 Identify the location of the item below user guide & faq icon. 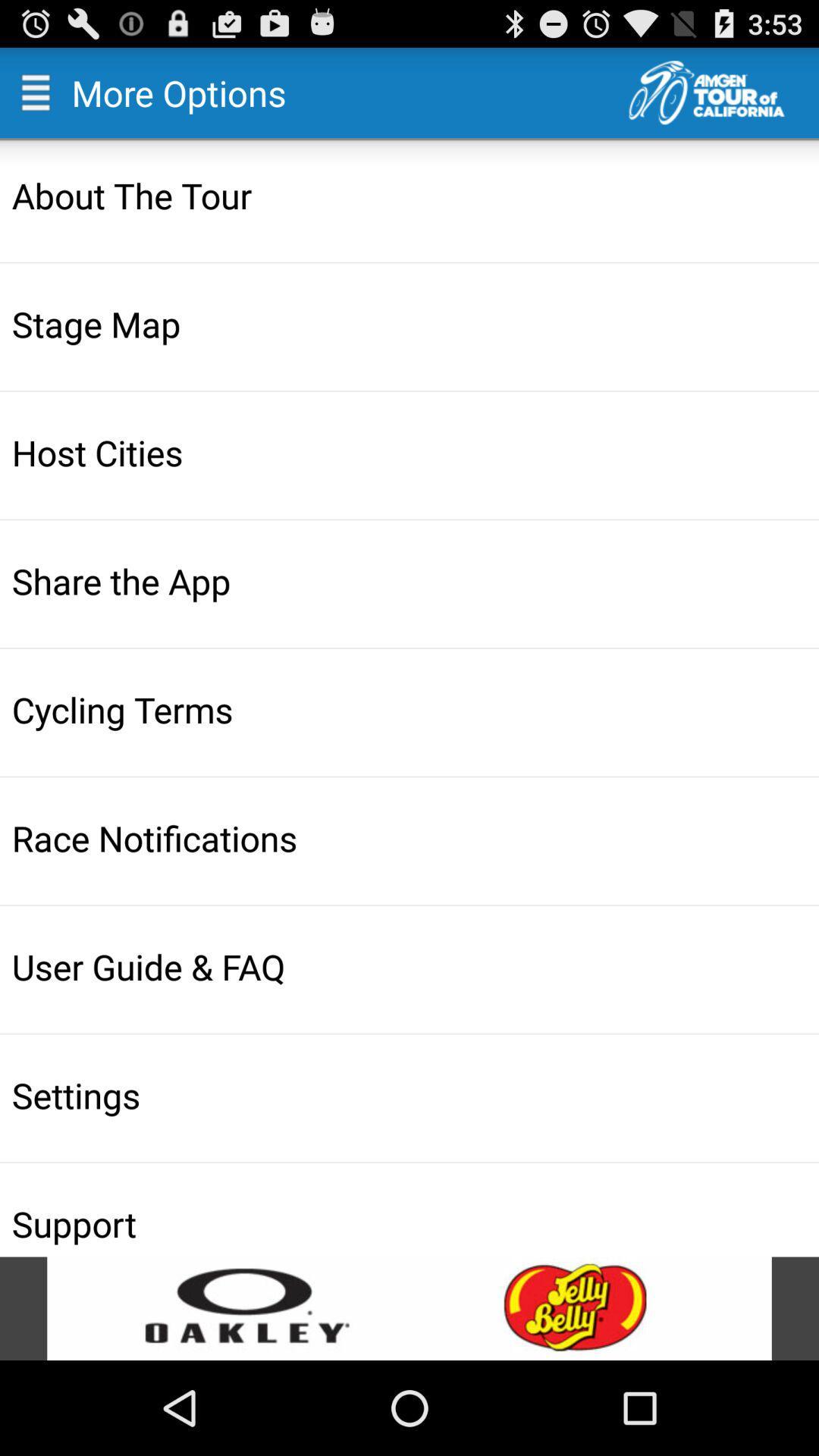
(411, 1095).